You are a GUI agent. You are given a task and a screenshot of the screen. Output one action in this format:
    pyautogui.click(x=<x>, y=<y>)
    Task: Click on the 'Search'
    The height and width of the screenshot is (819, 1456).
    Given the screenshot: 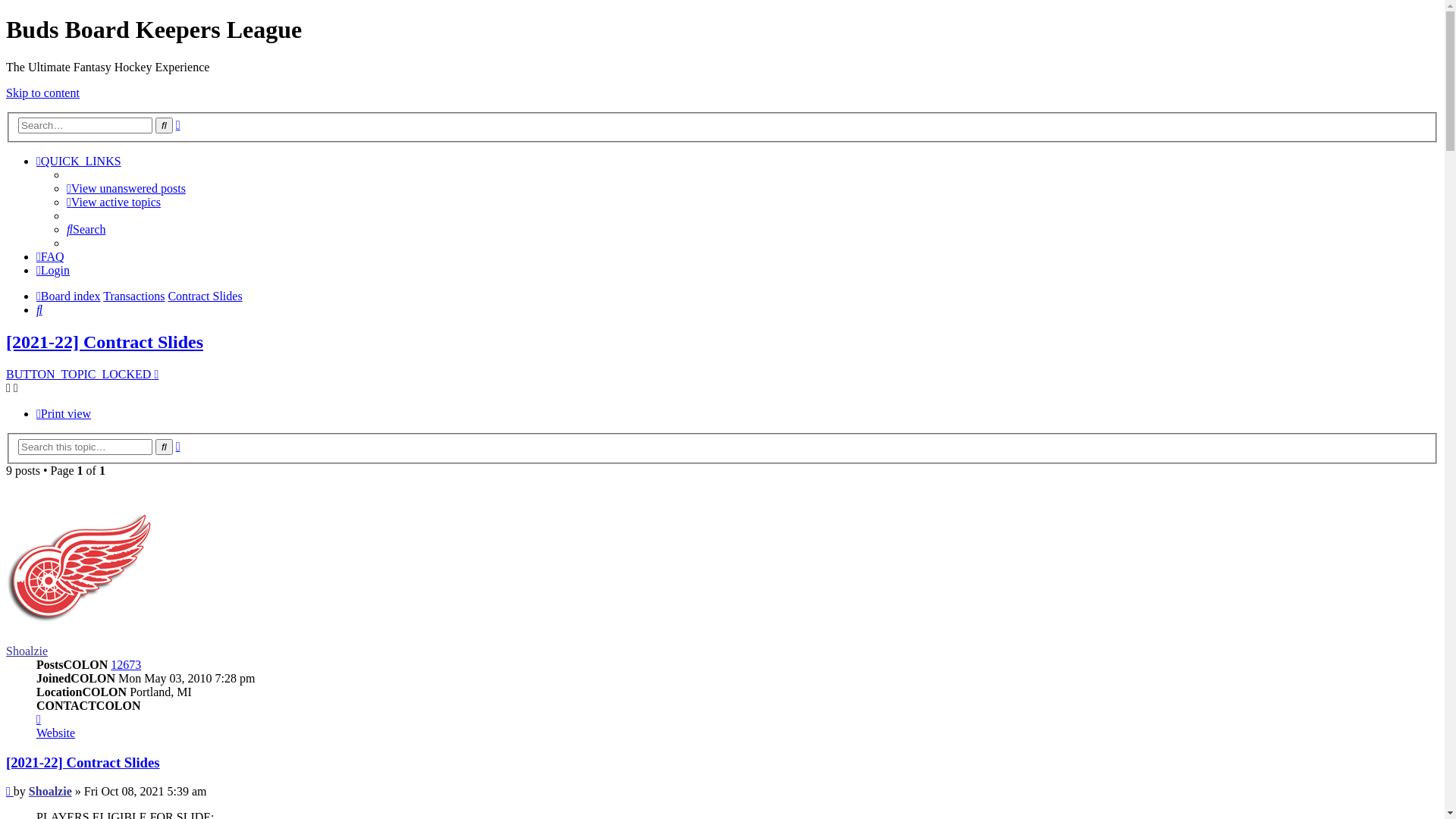 What is the action you would take?
    pyautogui.click(x=164, y=124)
    